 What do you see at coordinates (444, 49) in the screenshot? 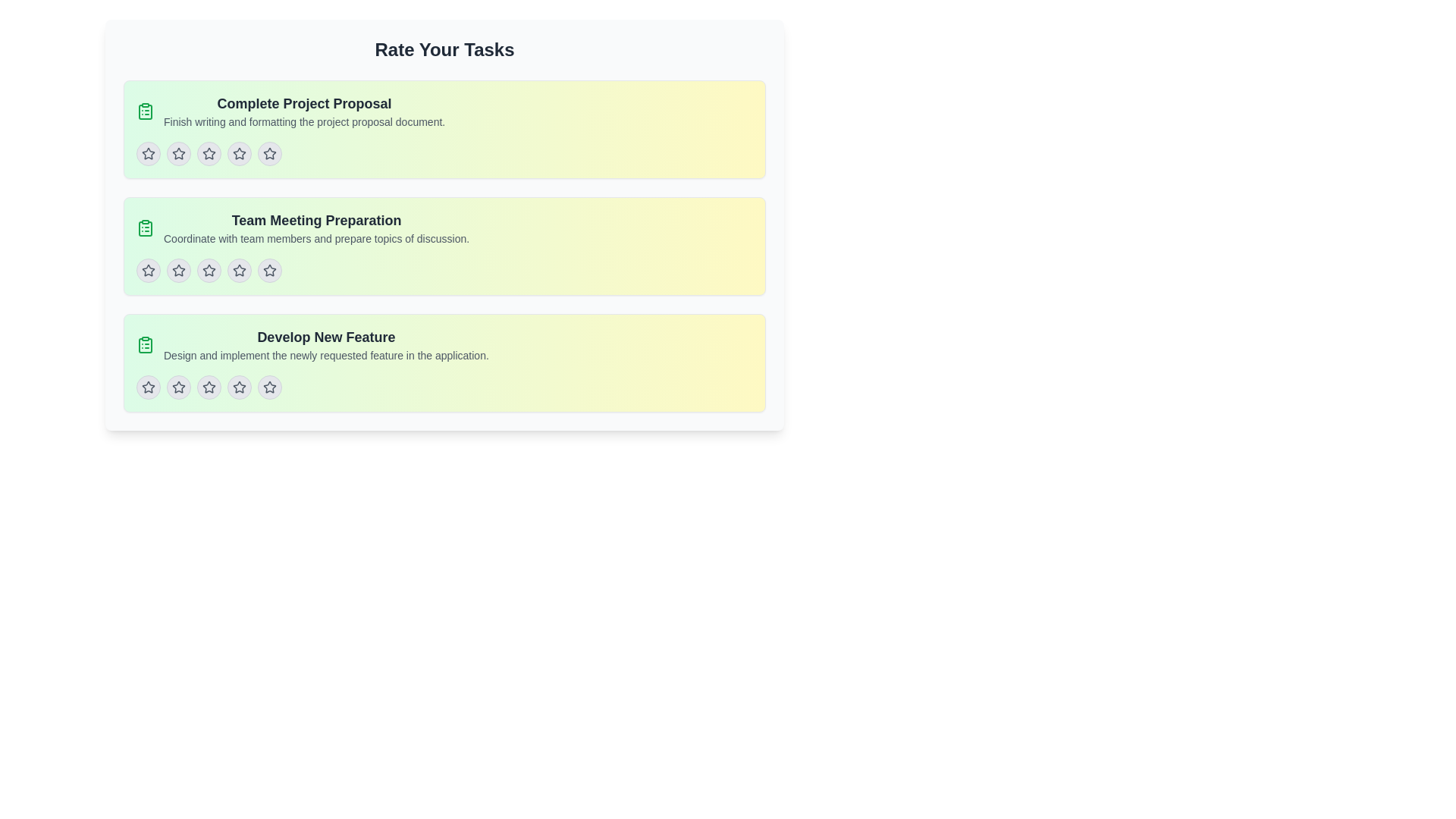
I see `the static text header that serves as a title for the task rating interface, located at the top of the content section` at bounding box center [444, 49].